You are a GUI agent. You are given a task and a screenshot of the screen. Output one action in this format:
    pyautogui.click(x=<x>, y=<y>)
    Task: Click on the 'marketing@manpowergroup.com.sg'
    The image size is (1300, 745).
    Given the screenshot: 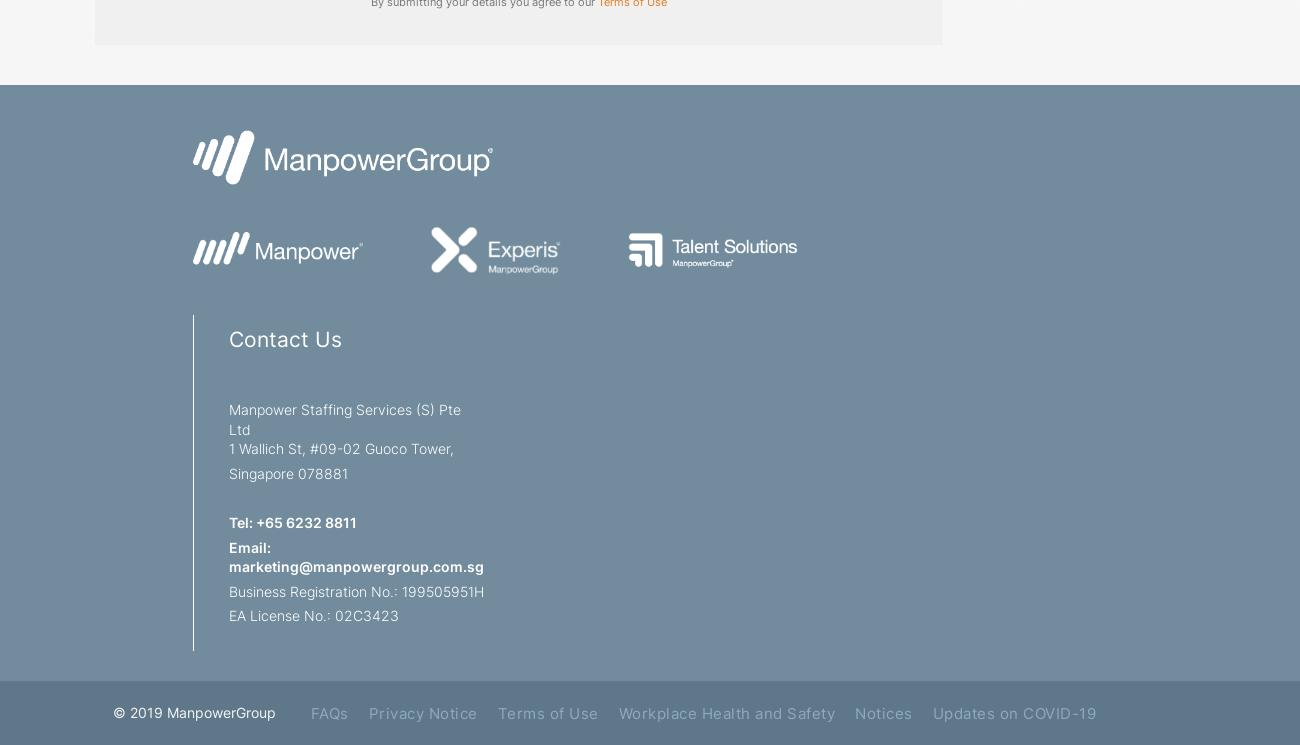 What is the action you would take?
    pyautogui.click(x=355, y=566)
    